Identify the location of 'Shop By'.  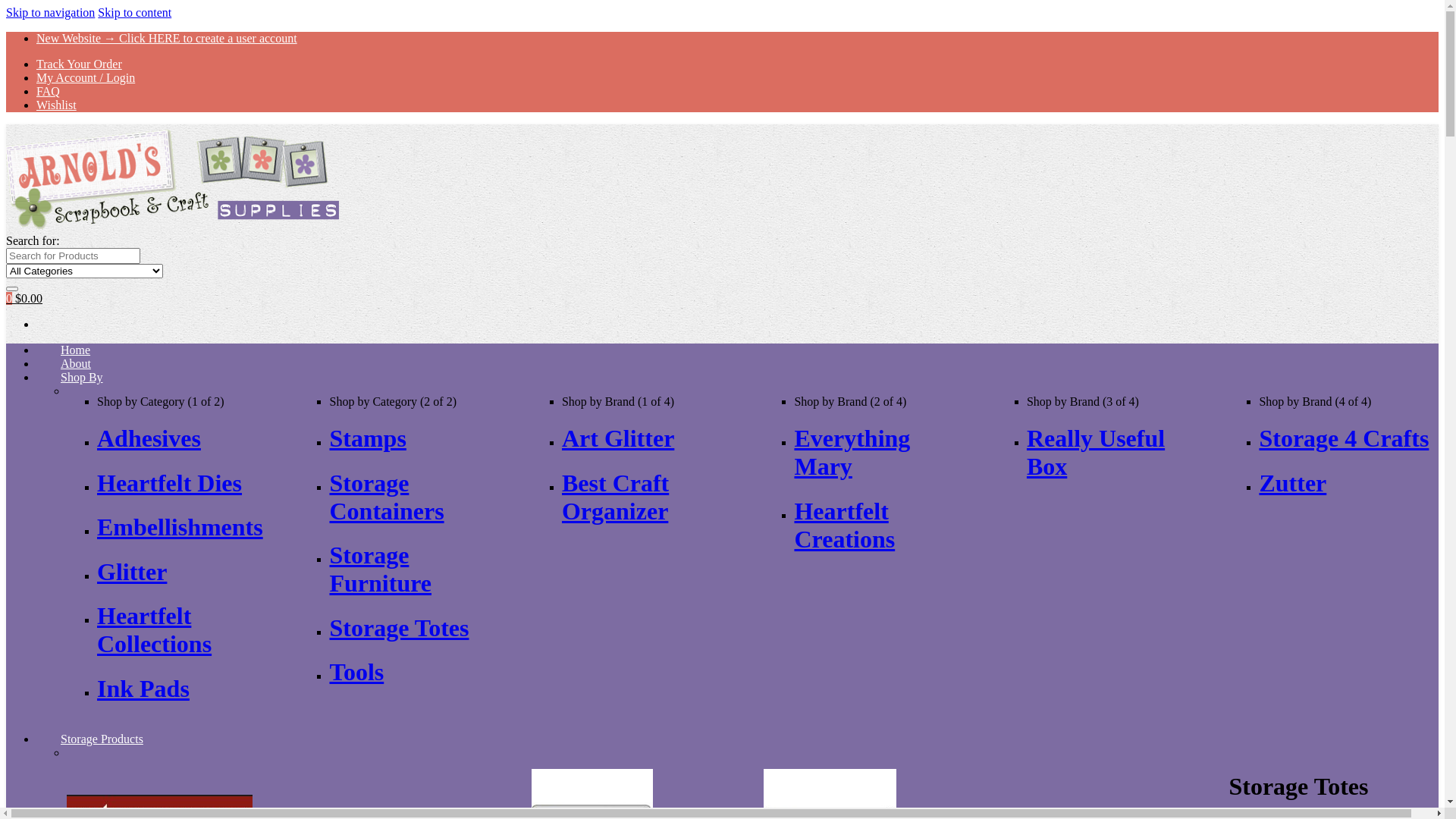
(36, 376).